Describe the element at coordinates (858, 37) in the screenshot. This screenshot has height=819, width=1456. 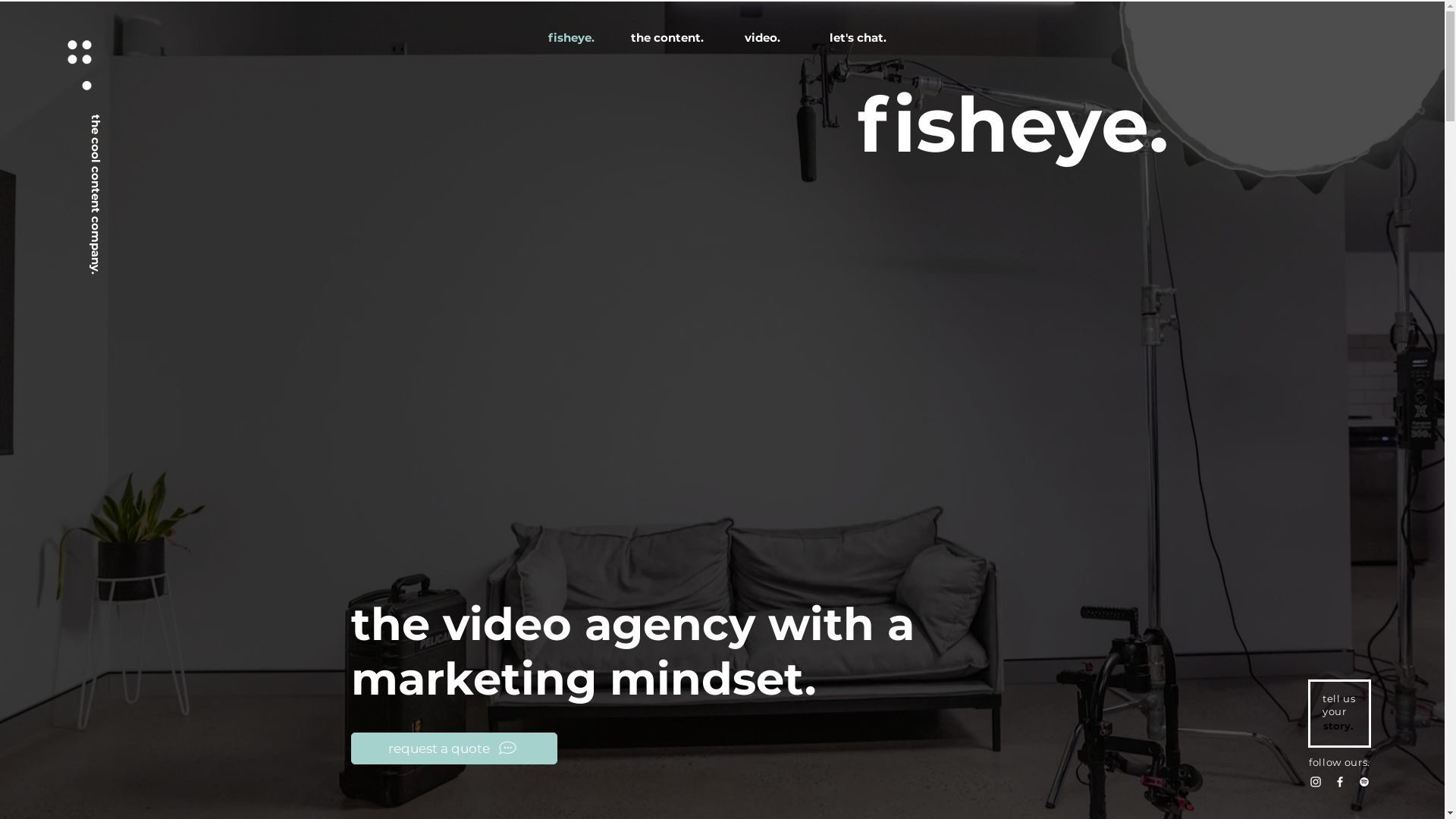
I see `'let's chat.'` at that location.